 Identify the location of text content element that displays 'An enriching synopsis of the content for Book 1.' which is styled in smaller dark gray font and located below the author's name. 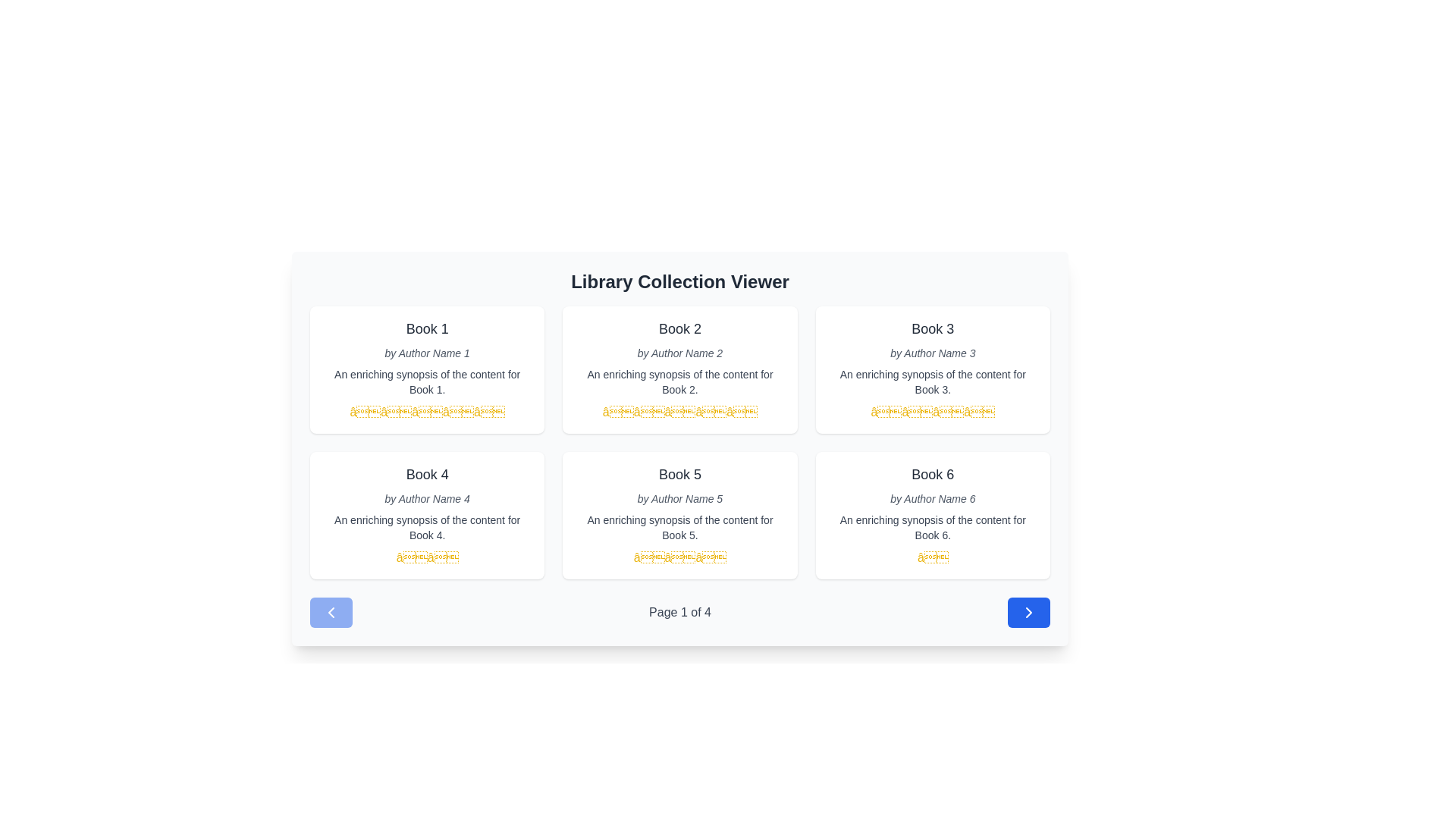
(426, 381).